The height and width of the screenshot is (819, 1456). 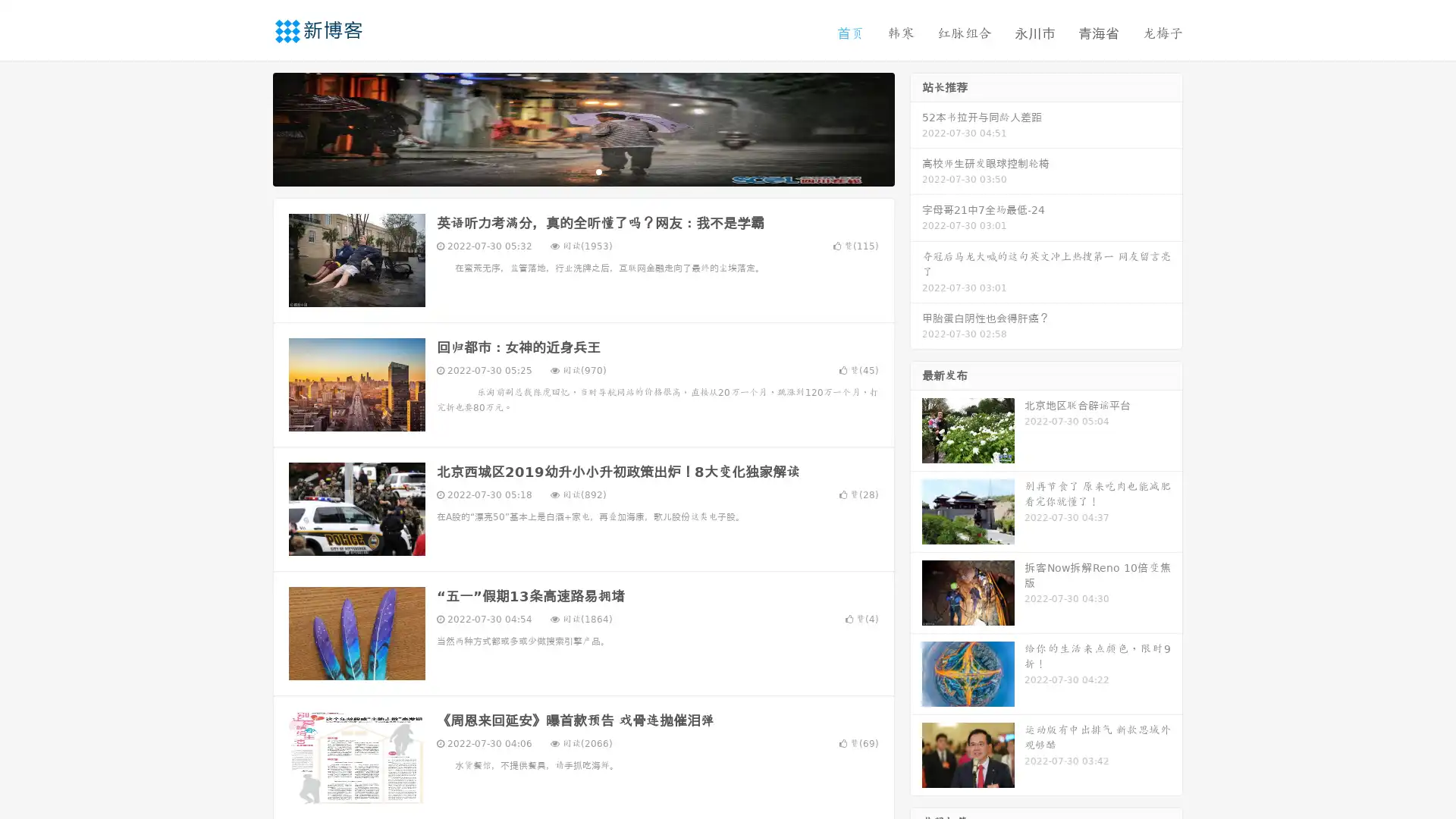 What do you see at coordinates (598, 171) in the screenshot?
I see `Go to slide 3` at bounding box center [598, 171].